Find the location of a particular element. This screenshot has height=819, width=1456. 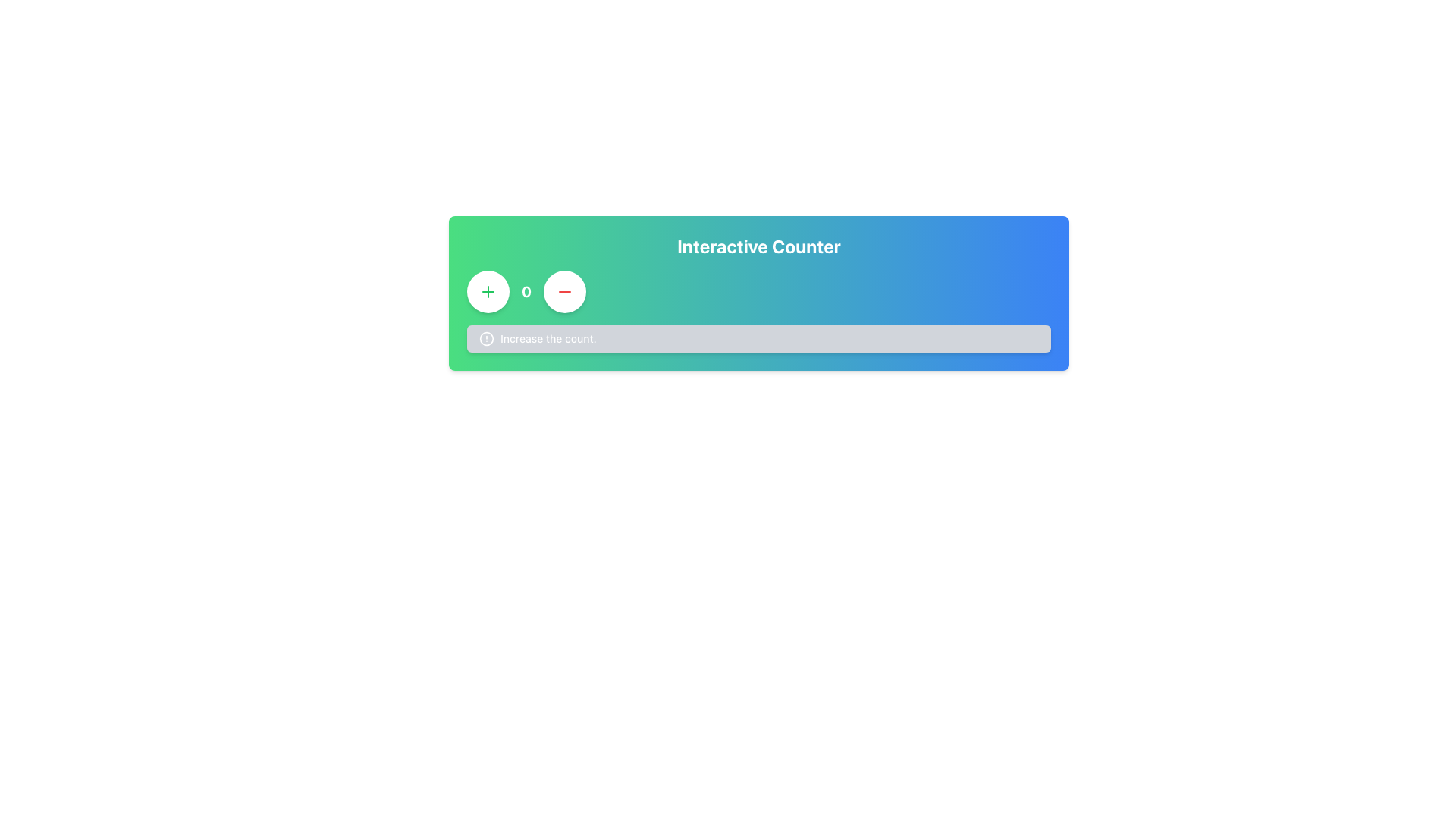

the increment button located to the left of the numeric display to trigger hover effects is located at coordinates (488, 292).